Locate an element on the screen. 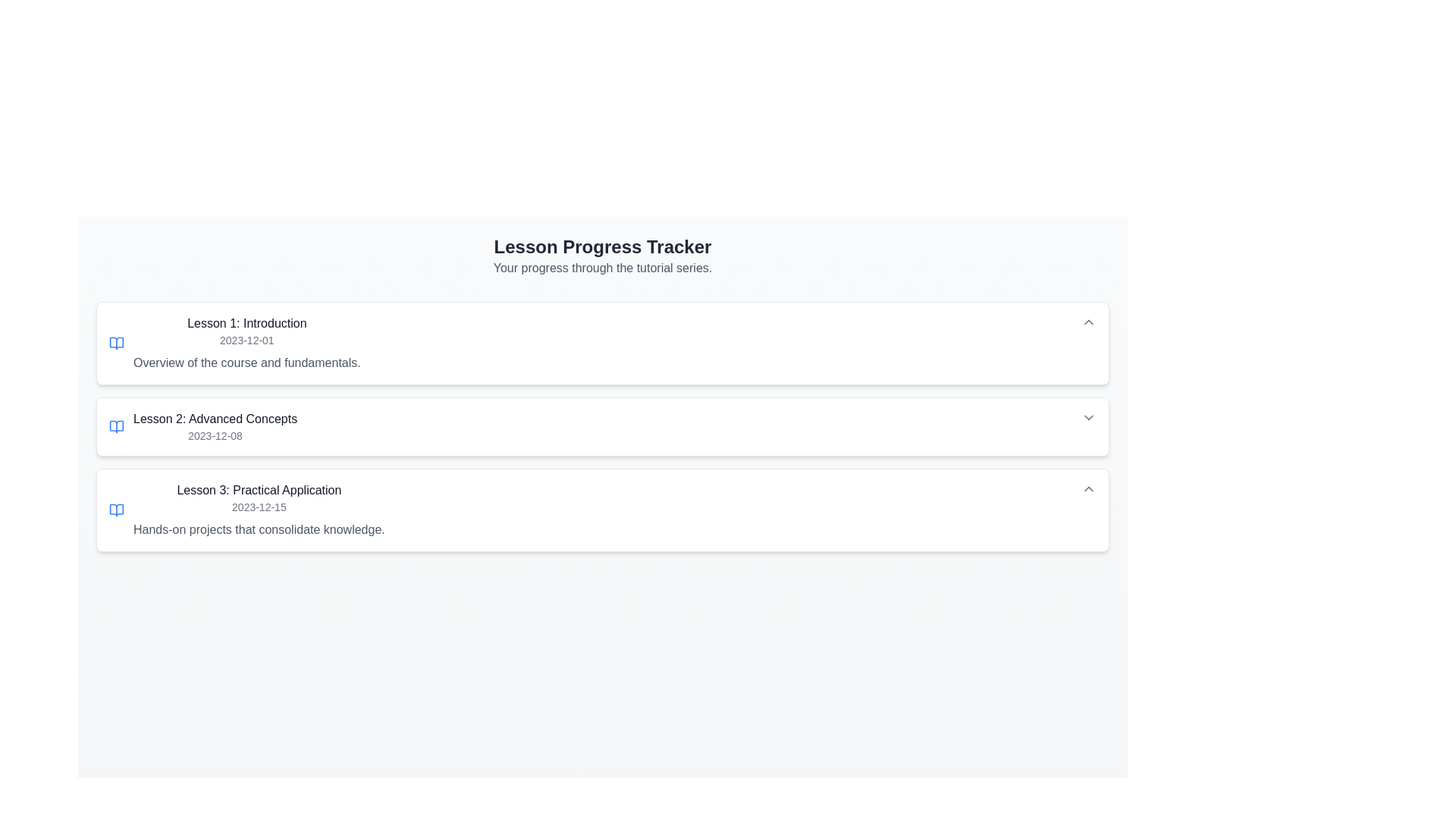 The width and height of the screenshot is (1456, 819). the section header that indicates the progress tracker for lessons in the tutorial series, which is positioned at the top of the content area and spans the full width is located at coordinates (602, 268).